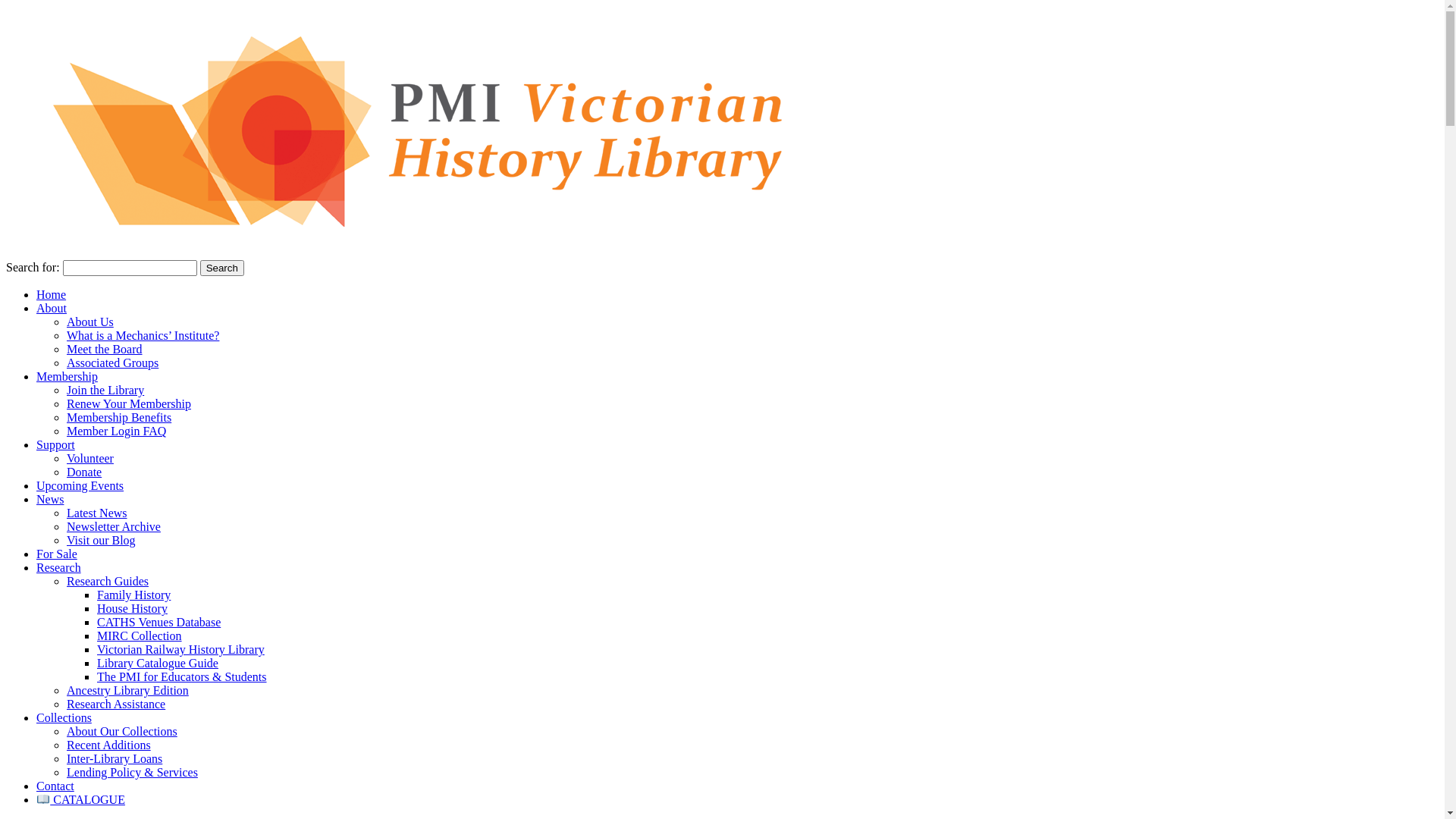 This screenshot has width=1456, height=819. I want to click on 'Meet the Board', so click(65, 349).